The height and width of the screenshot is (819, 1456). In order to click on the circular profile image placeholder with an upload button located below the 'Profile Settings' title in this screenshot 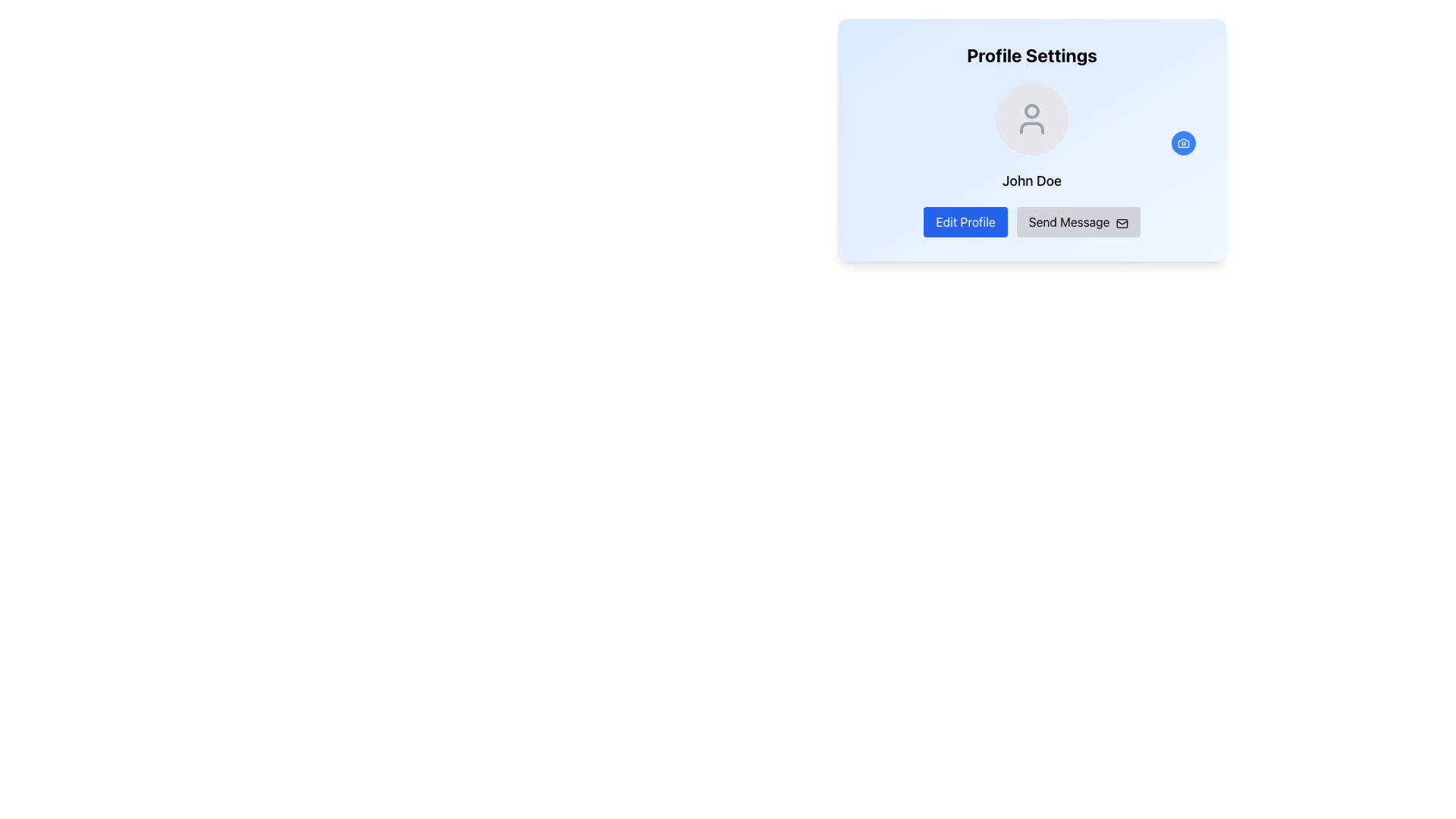, I will do `click(1031, 118)`.